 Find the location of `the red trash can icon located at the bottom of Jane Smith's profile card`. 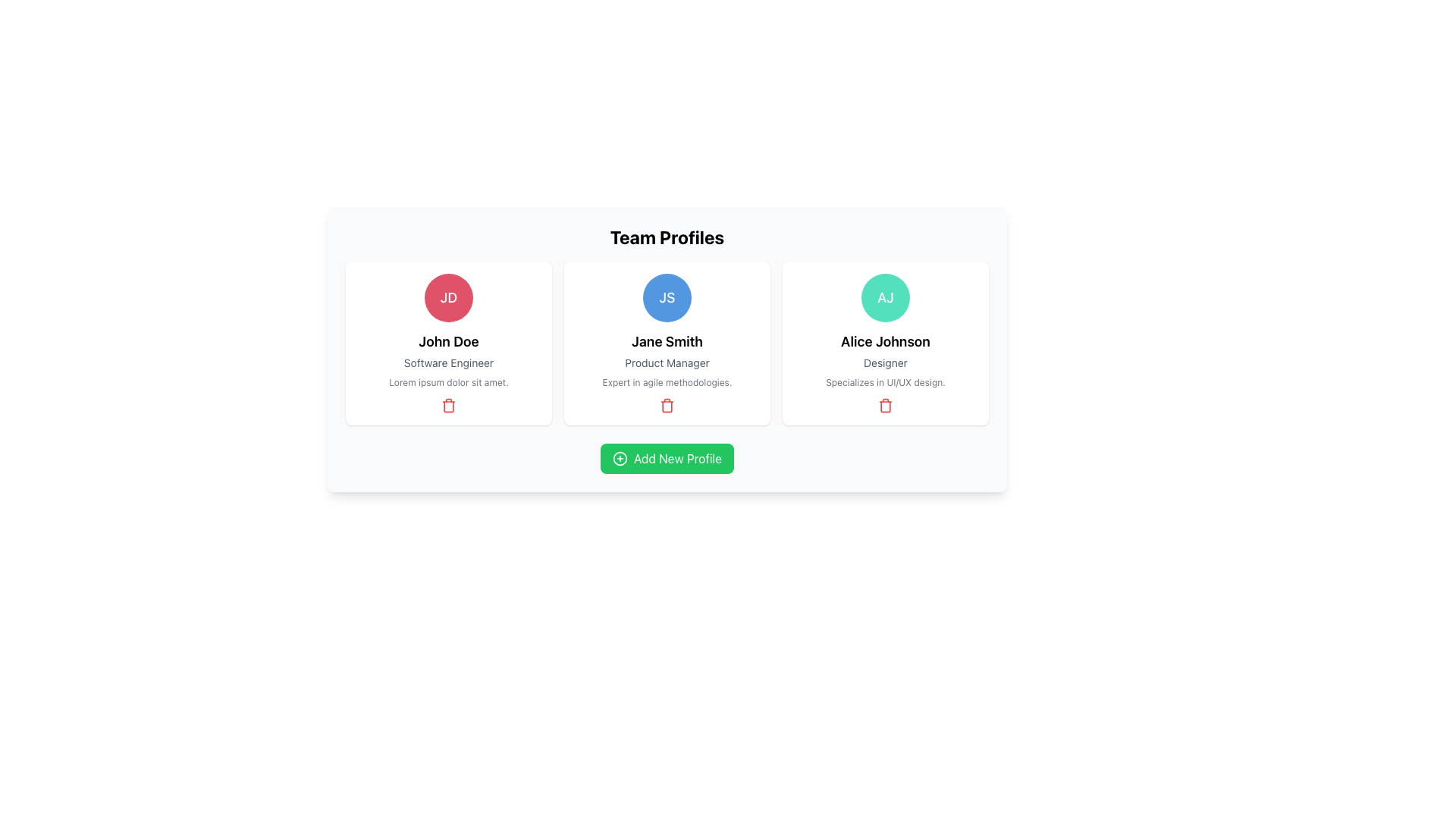

the red trash can icon located at the bottom of Jane Smith's profile card is located at coordinates (667, 405).